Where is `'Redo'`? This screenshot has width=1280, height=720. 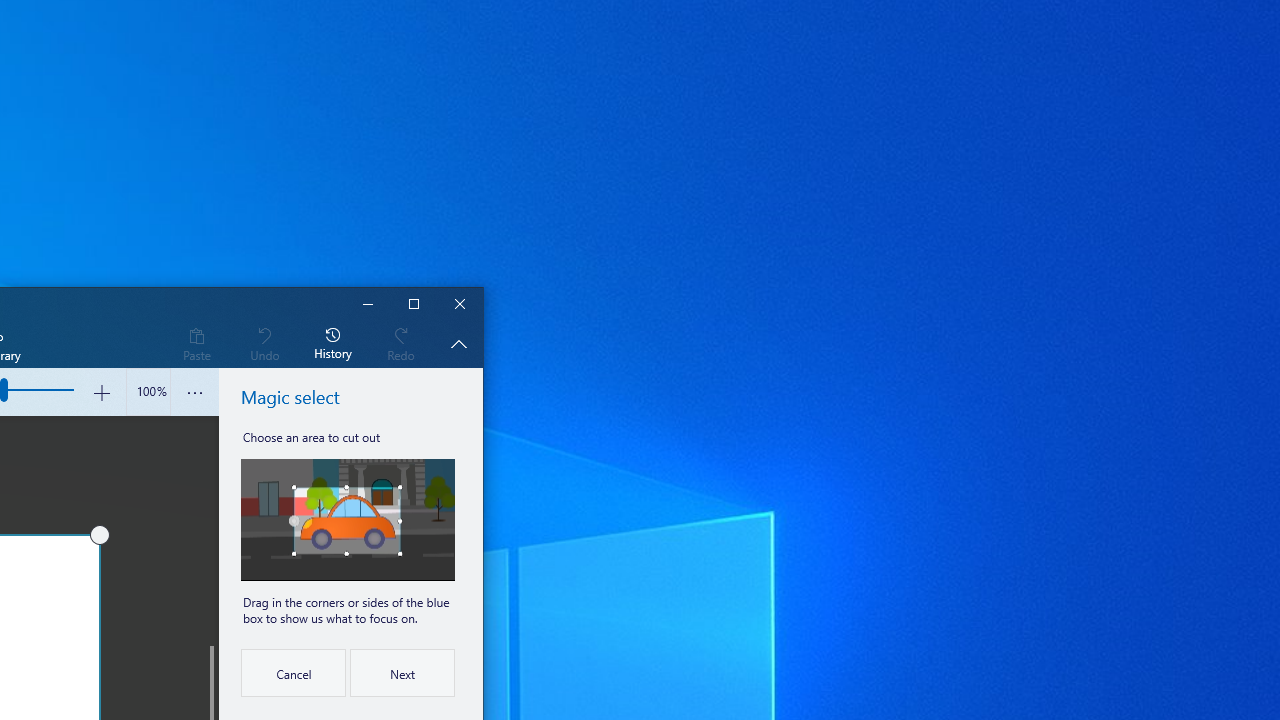
'Redo' is located at coordinates (400, 342).